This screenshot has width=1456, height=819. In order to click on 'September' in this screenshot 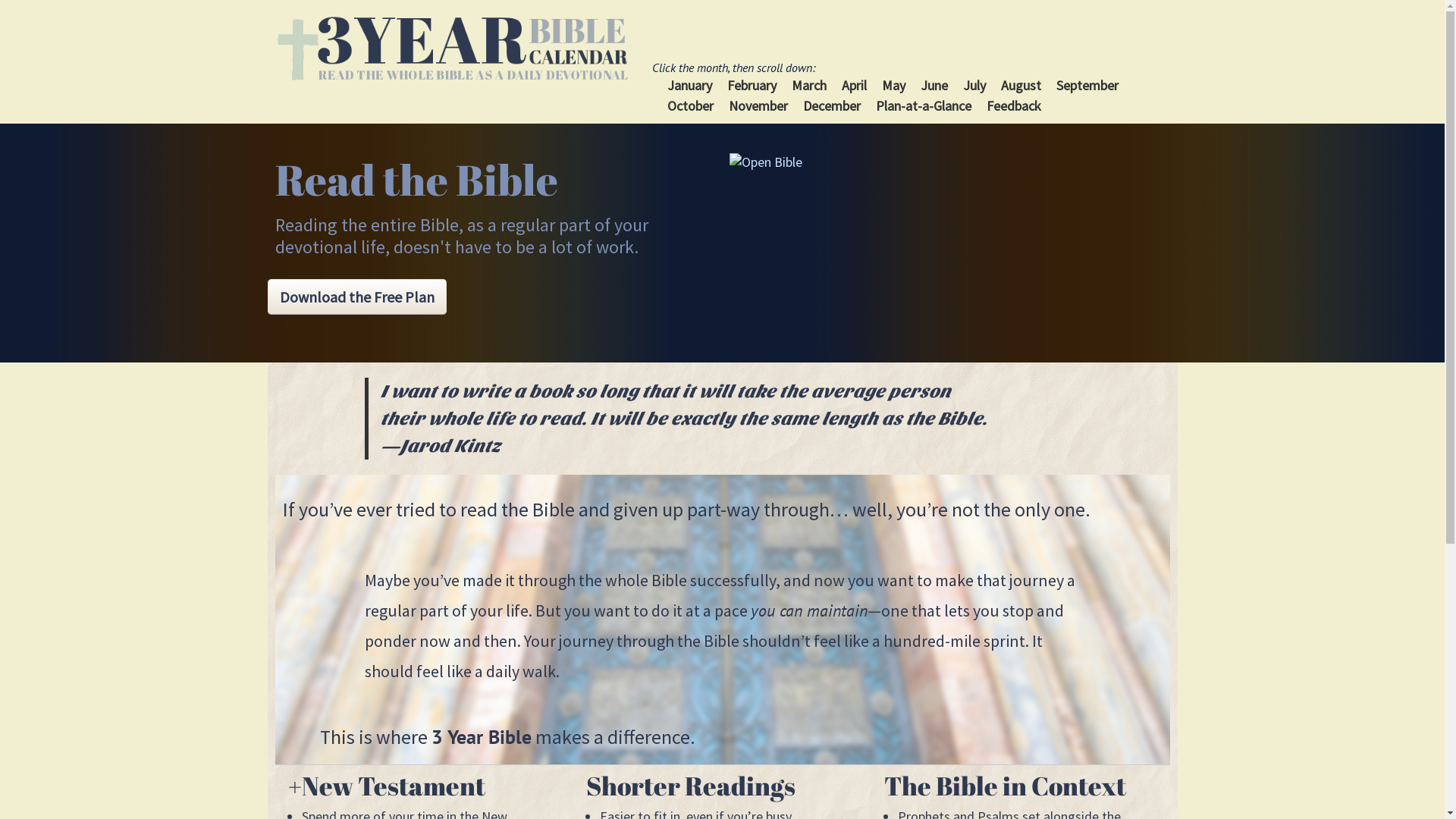, I will do `click(1087, 85)`.